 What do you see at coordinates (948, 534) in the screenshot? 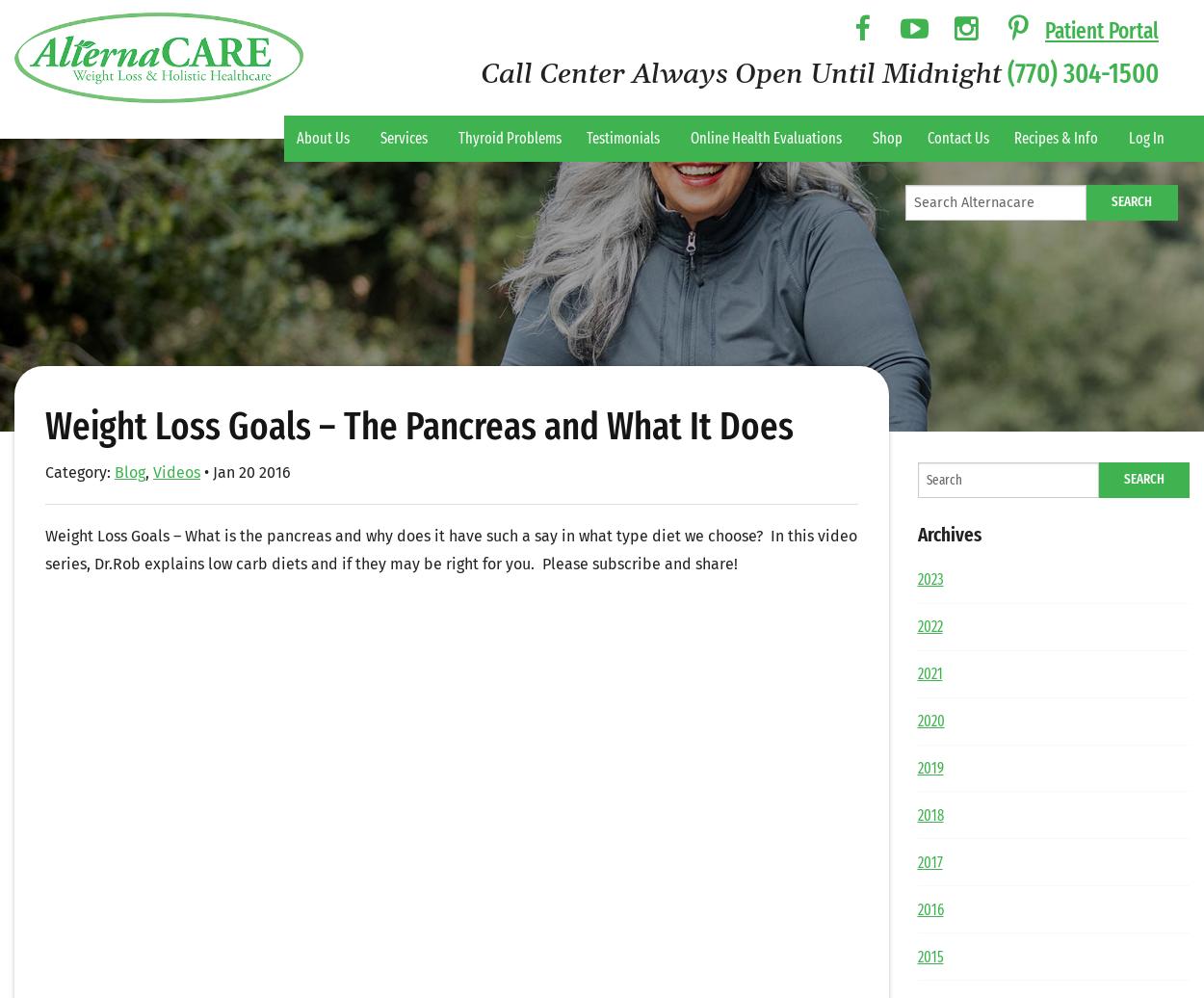
I see `'Archives'` at bounding box center [948, 534].